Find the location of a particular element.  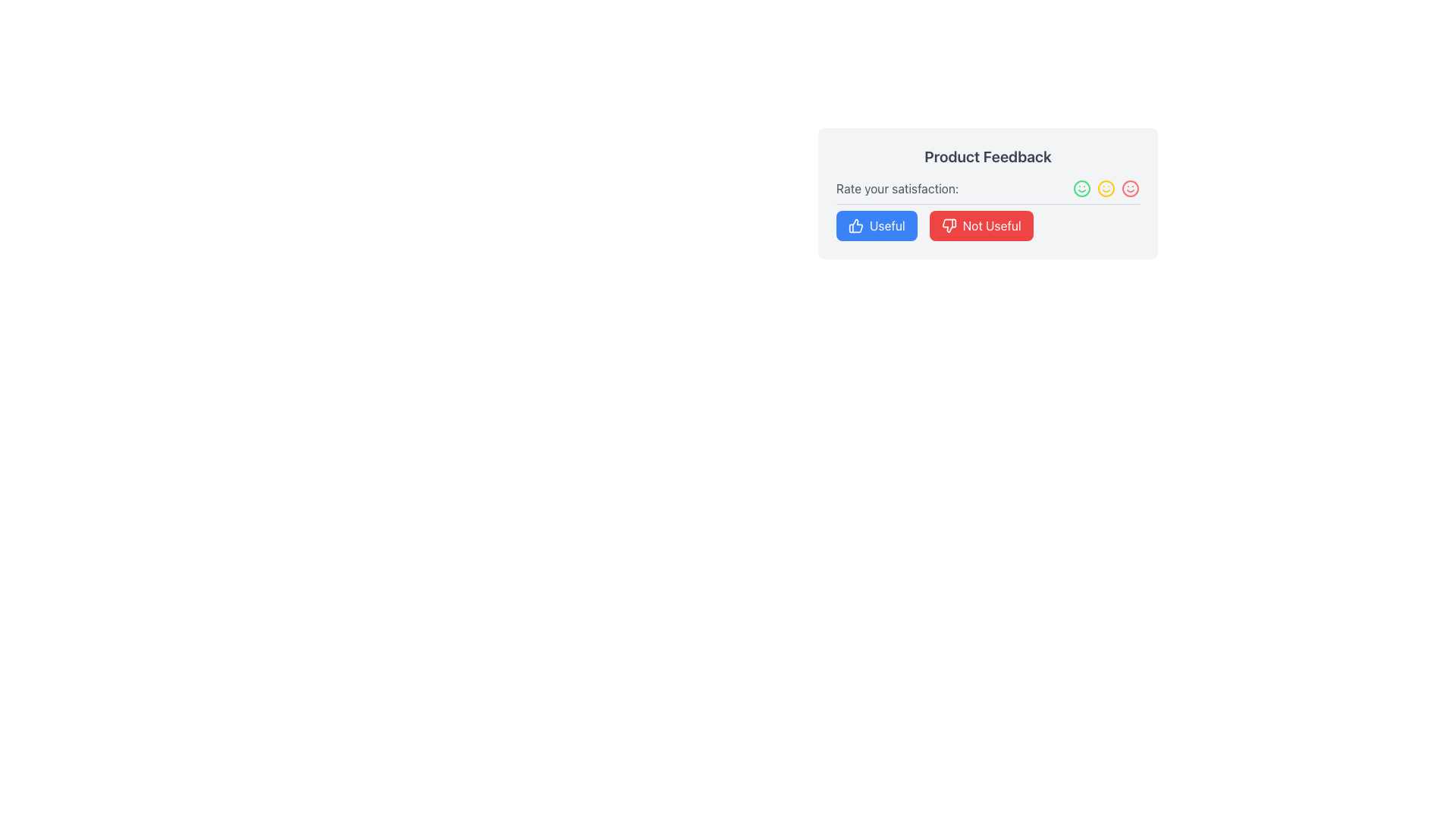

the neutral feedback icon, which is the second icon in a horizontal arrangement between a green smiling face icon on the left and a red sad face icon on the right is located at coordinates (1106, 188).